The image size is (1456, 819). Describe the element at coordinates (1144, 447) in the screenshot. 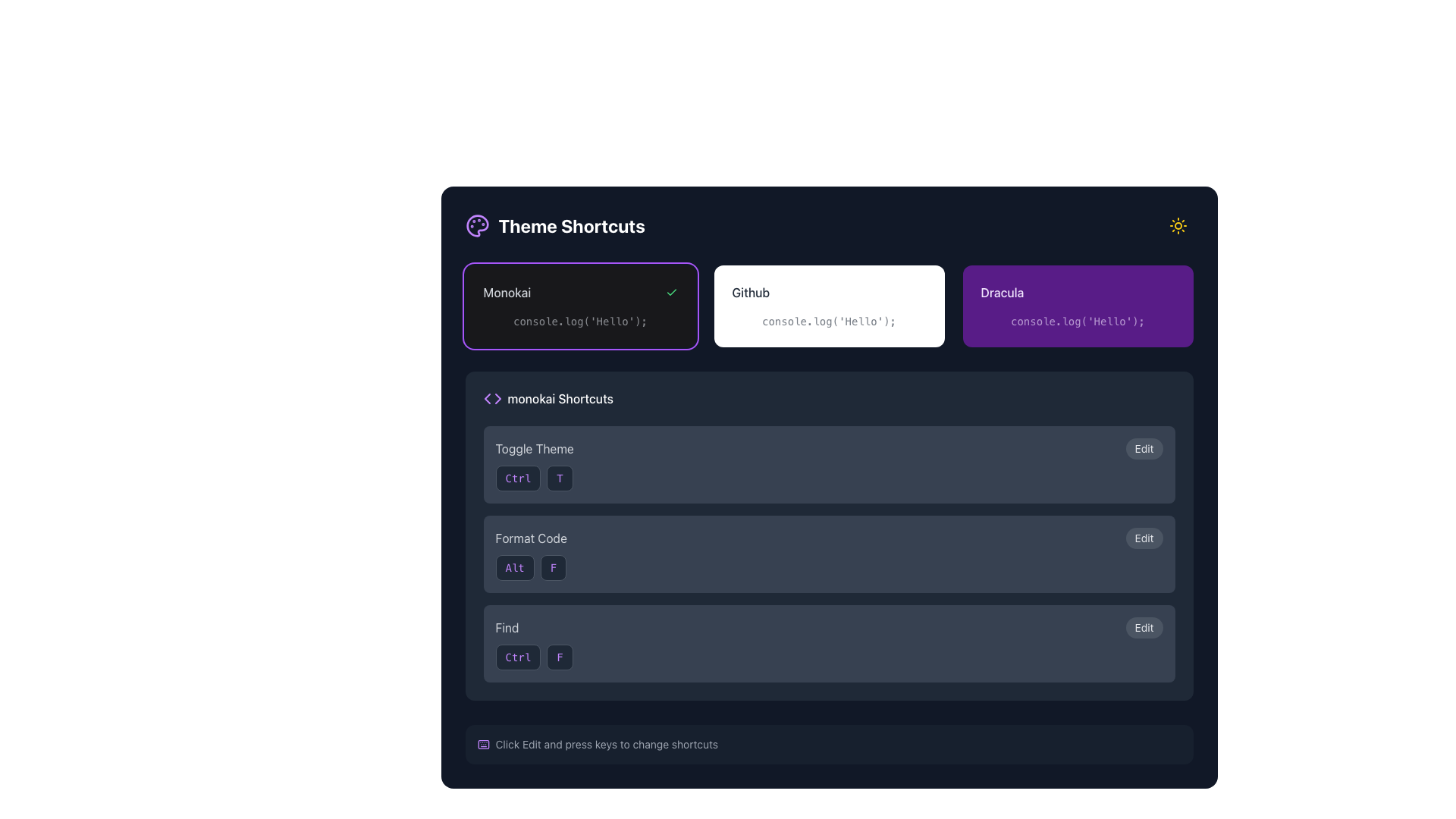

I see `the 'Edit' button, which is a small button with a gray background located to the right of the 'Toggle Theme' text` at that location.